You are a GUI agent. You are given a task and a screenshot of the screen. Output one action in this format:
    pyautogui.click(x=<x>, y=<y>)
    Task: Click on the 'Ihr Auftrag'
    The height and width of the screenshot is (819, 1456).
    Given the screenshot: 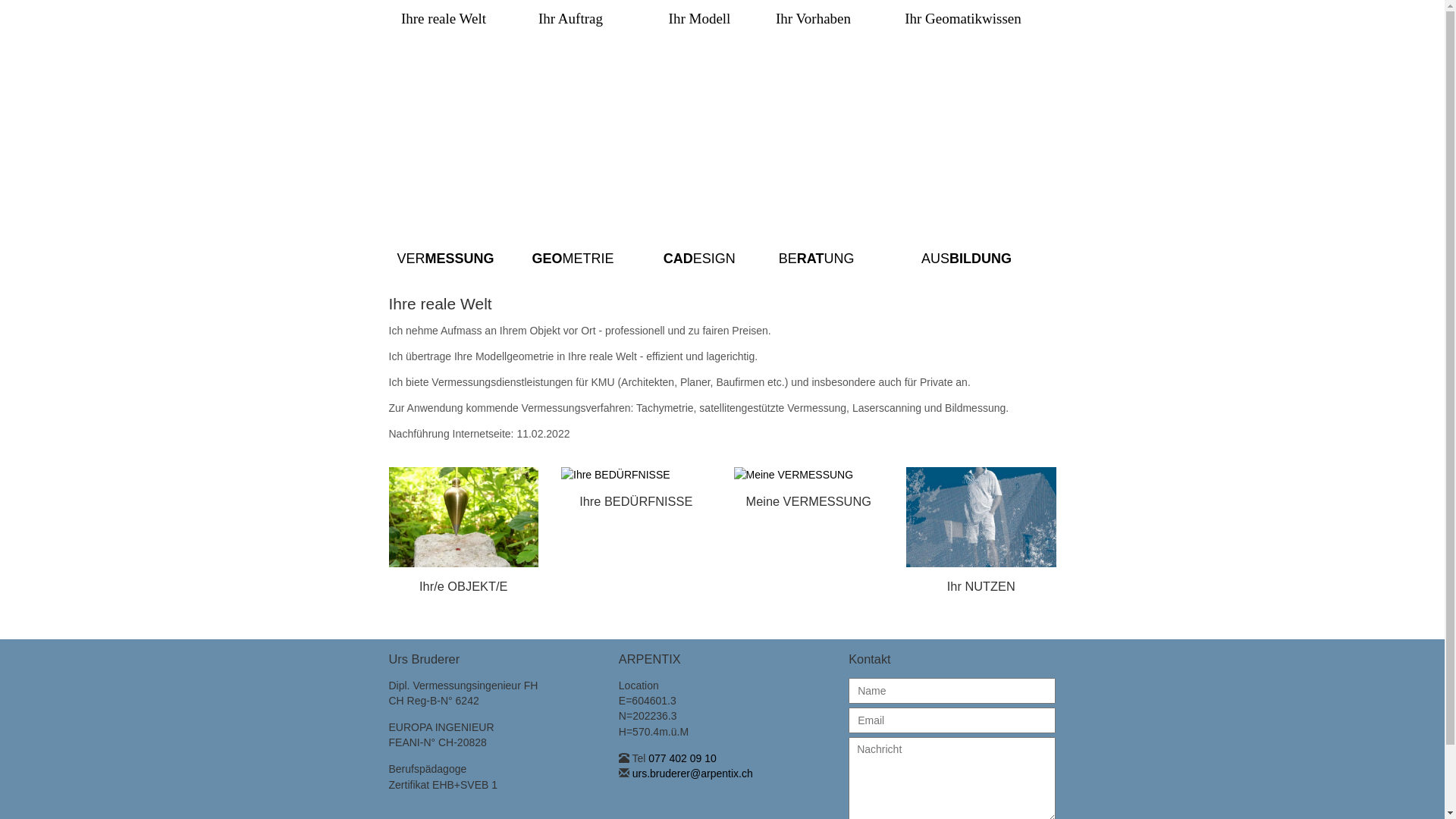 What is the action you would take?
    pyautogui.click(x=570, y=18)
    